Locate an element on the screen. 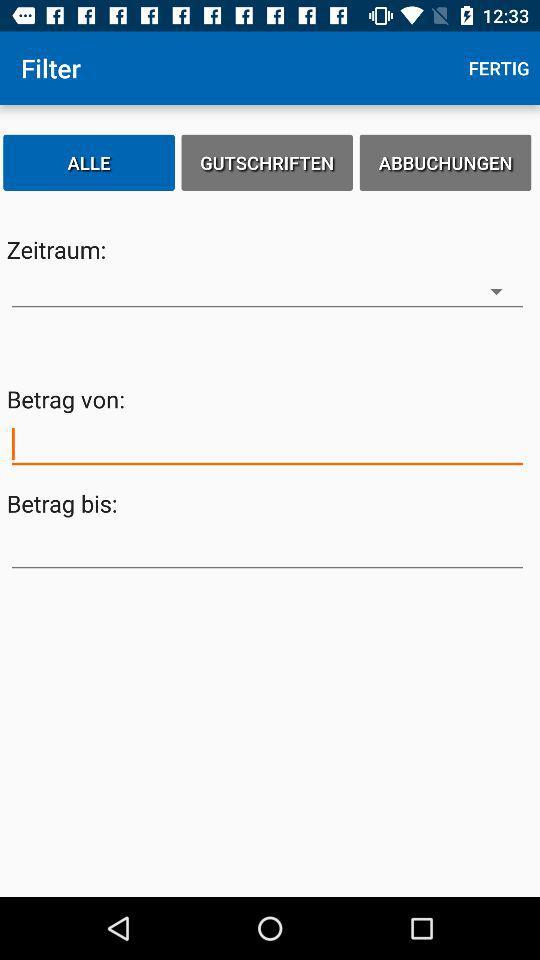 The image size is (540, 960). the item to the left of the gutschriften item is located at coordinates (88, 161).